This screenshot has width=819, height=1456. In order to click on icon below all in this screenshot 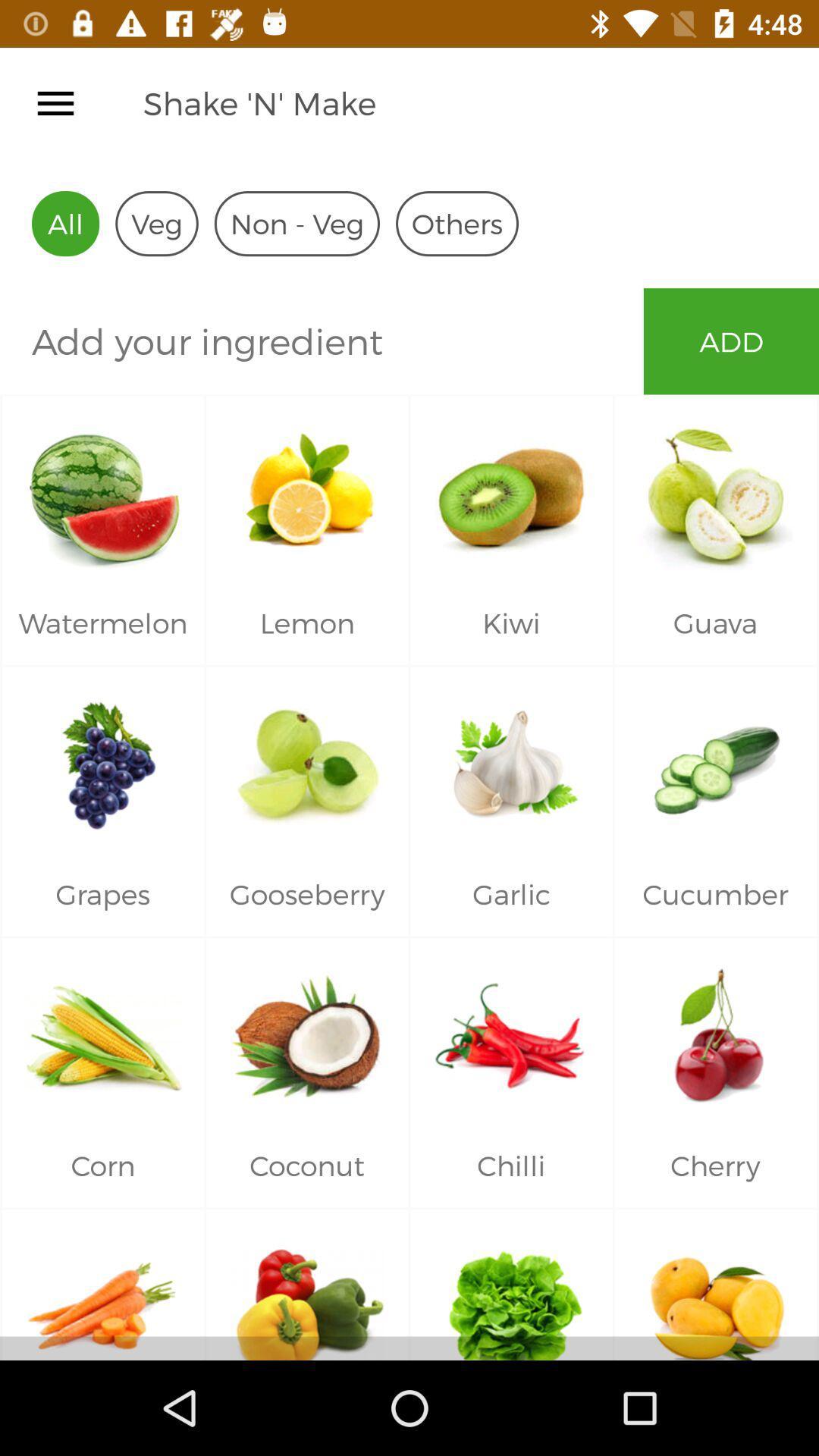, I will do `click(321, 340)`.